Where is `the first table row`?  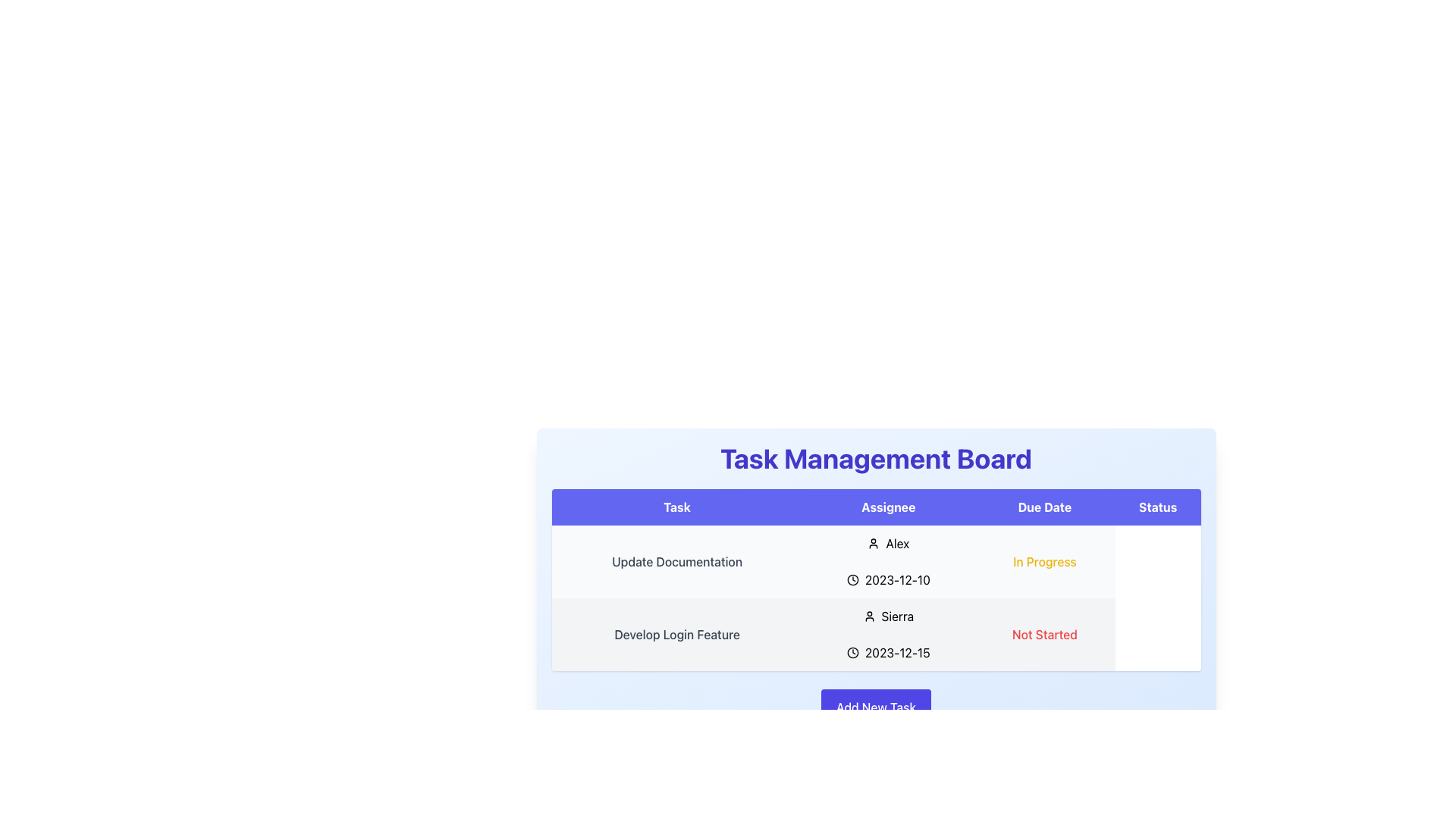 the first table row is located at coordinates (876, 561).